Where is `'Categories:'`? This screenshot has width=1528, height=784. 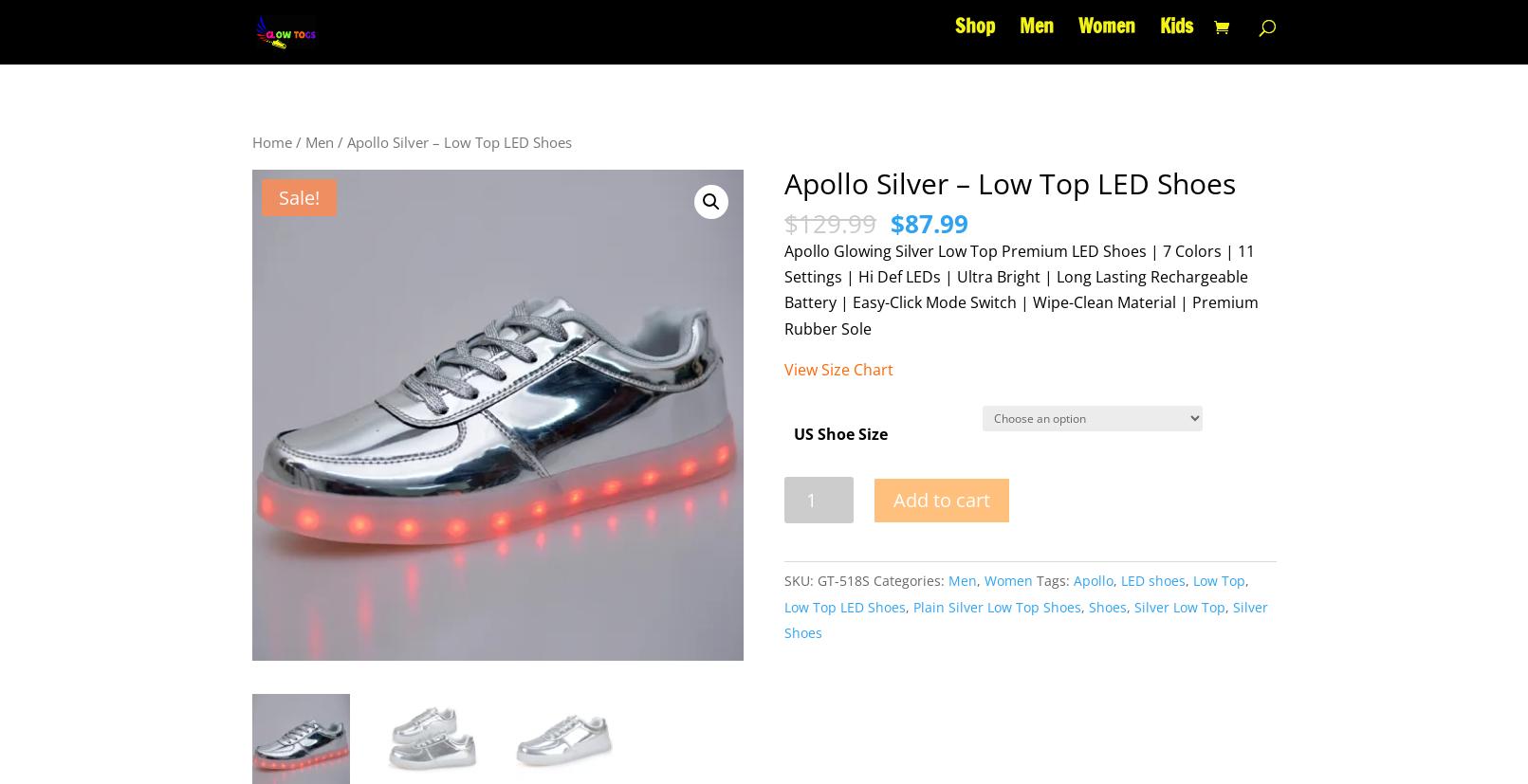 'Categories:' is located at coordinates (910, 579).